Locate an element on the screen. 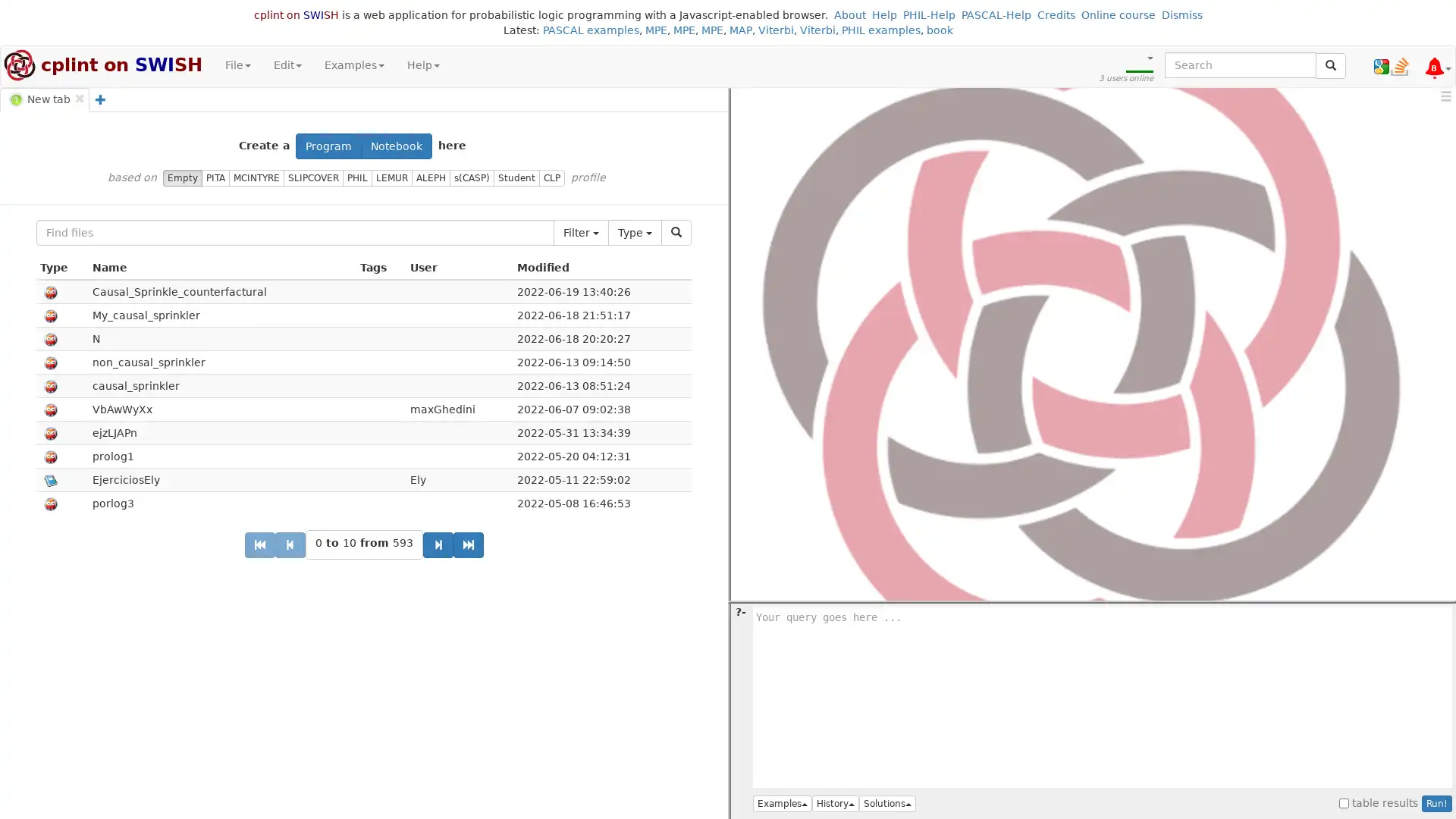  Notebook is located at coordinates (397, 146).